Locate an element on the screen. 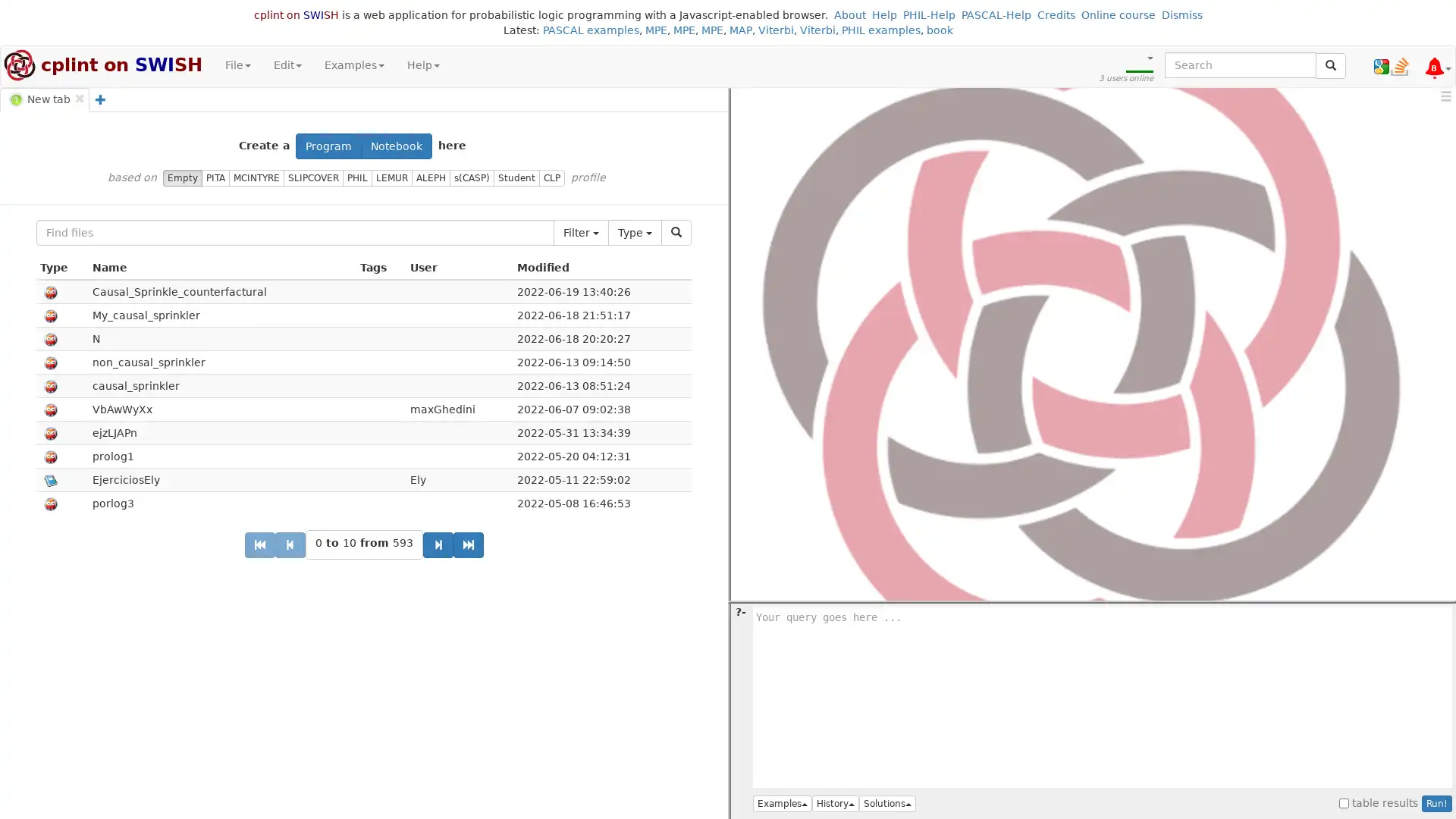  Notebook is located at coordinates (397, 146).